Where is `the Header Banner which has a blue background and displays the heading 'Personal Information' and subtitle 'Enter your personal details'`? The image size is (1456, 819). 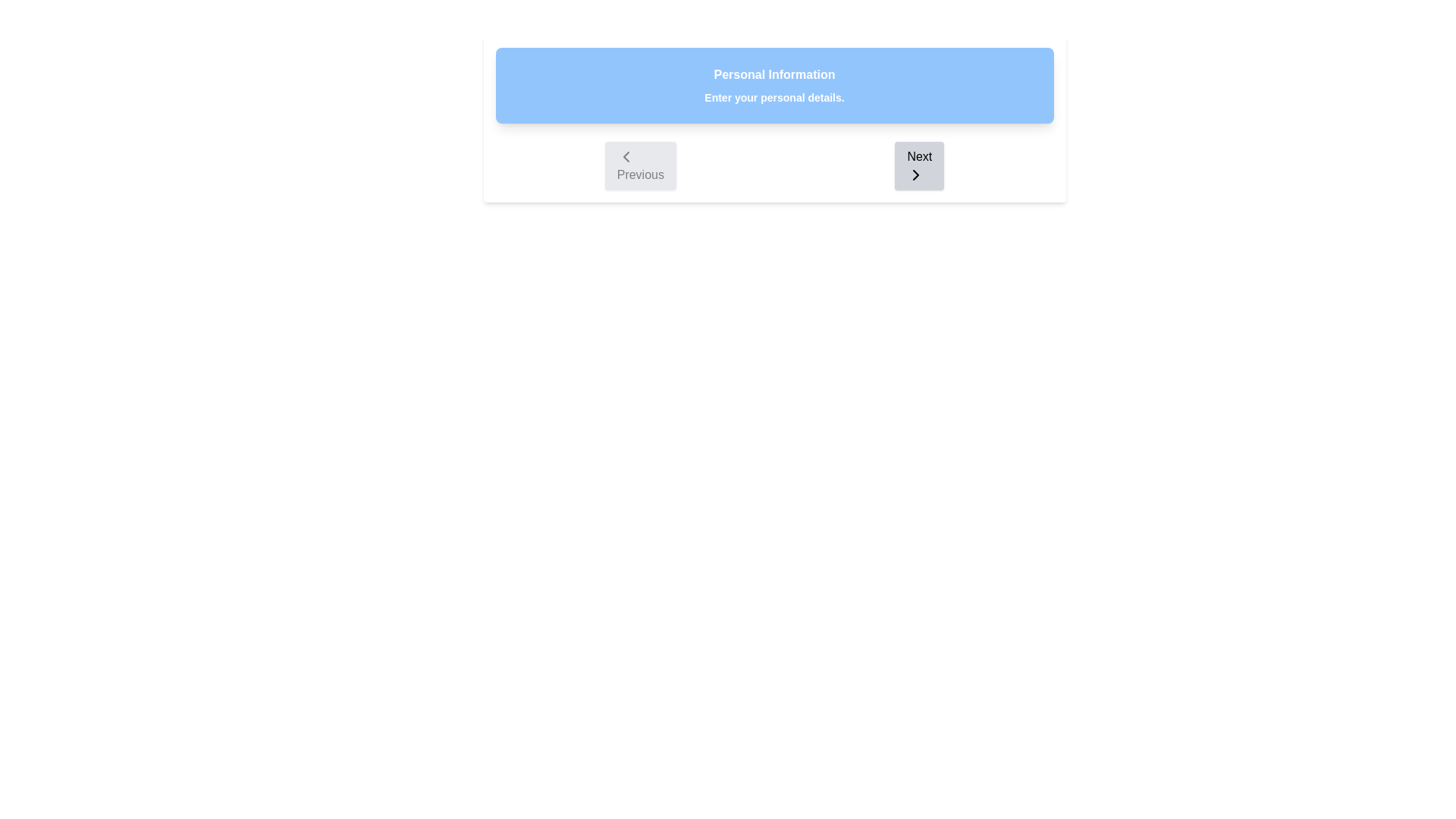 the Header Banner which has a blue background and displays the heading 'Personal Information' and subtitle 'Enter your personal details' is located at coordinates (774, 85).